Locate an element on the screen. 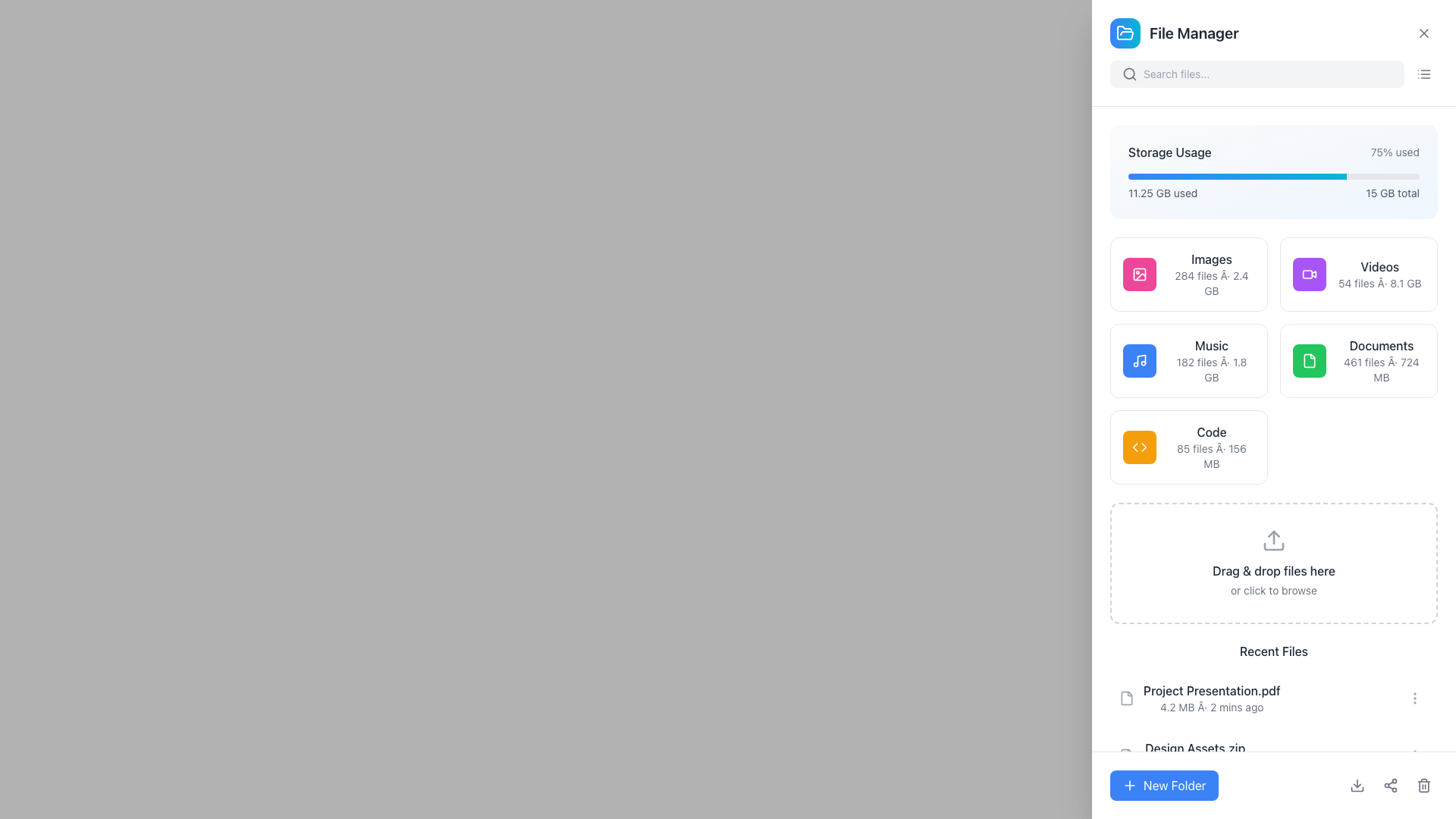 The height and width of the screenshot is (819, 1456). the close button with an 'X' icon located at the far right of the 'File Manager' header is located at coordinates (1423, 33).